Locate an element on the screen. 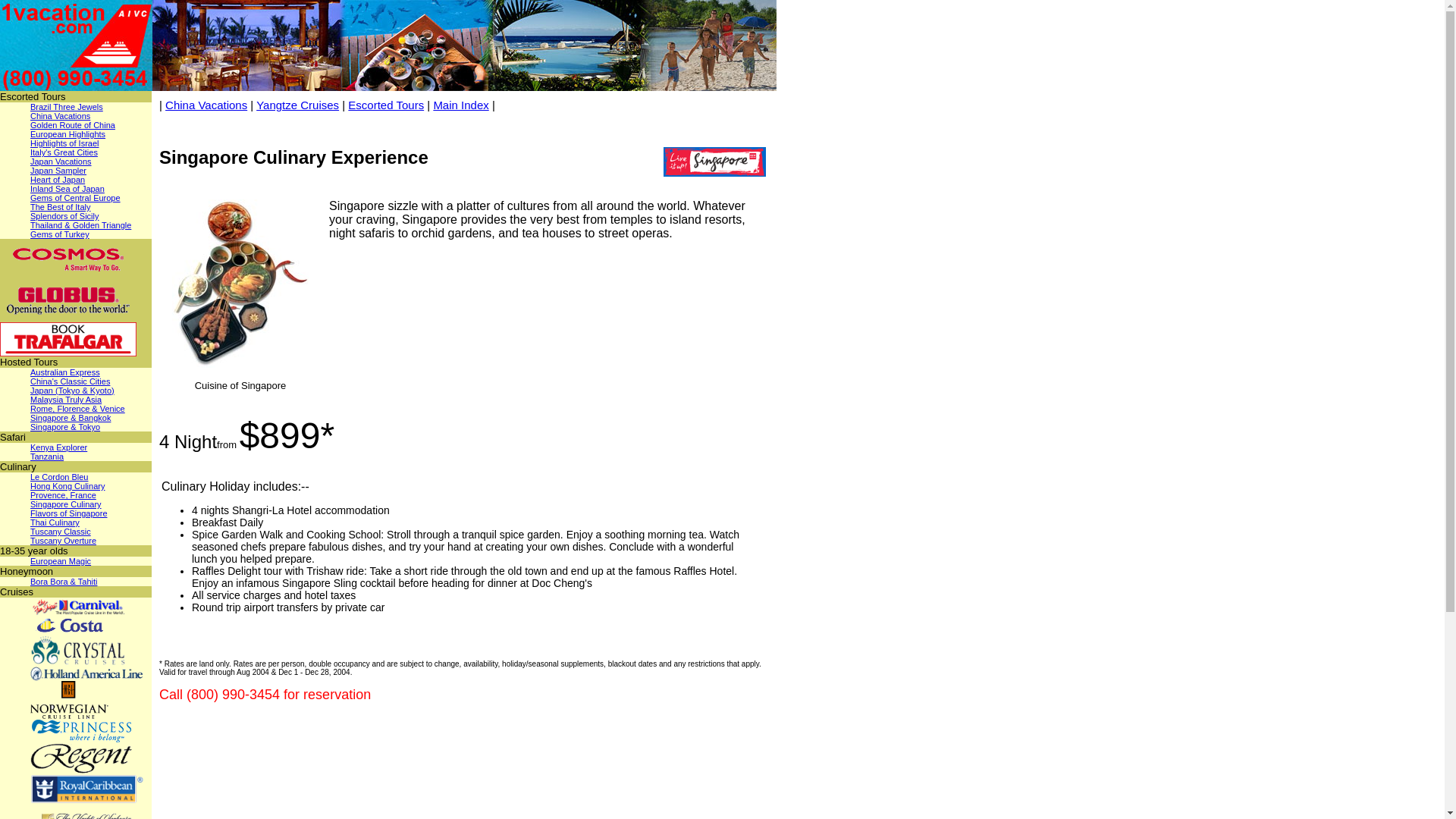  'Bora Bora & Tahiti' is located at coordinates (62, 581).